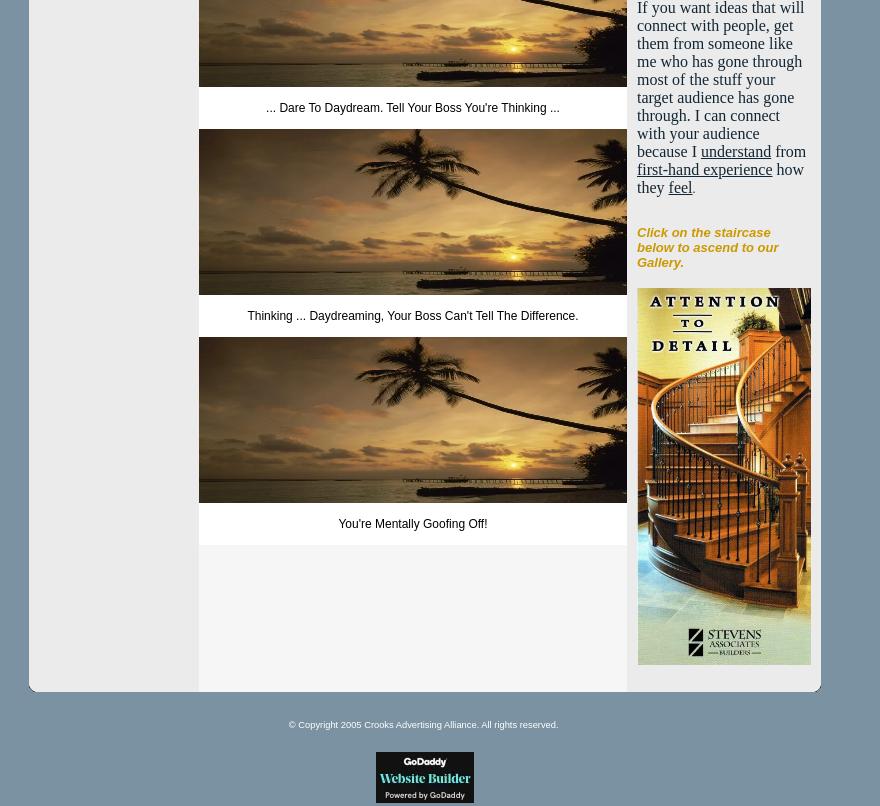 The height and width of the screenshot is (806, 880). What do you see at coordinates (637, 169) in the screenshot?
I see `'first-hand experience'` at bounding box center [637, 169].